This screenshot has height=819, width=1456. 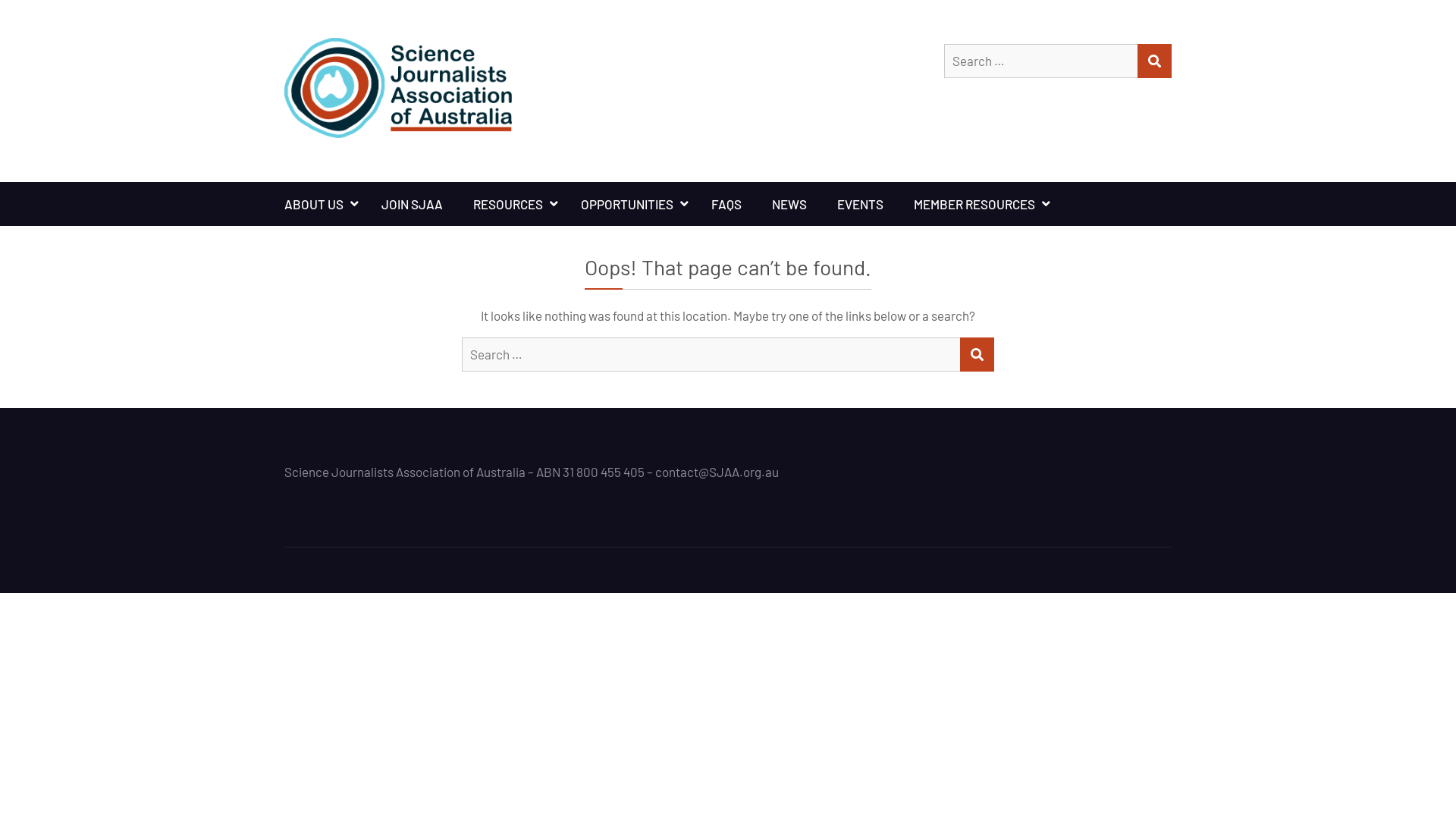 I want to click on 'FAQS', so click(x=695, y=203).